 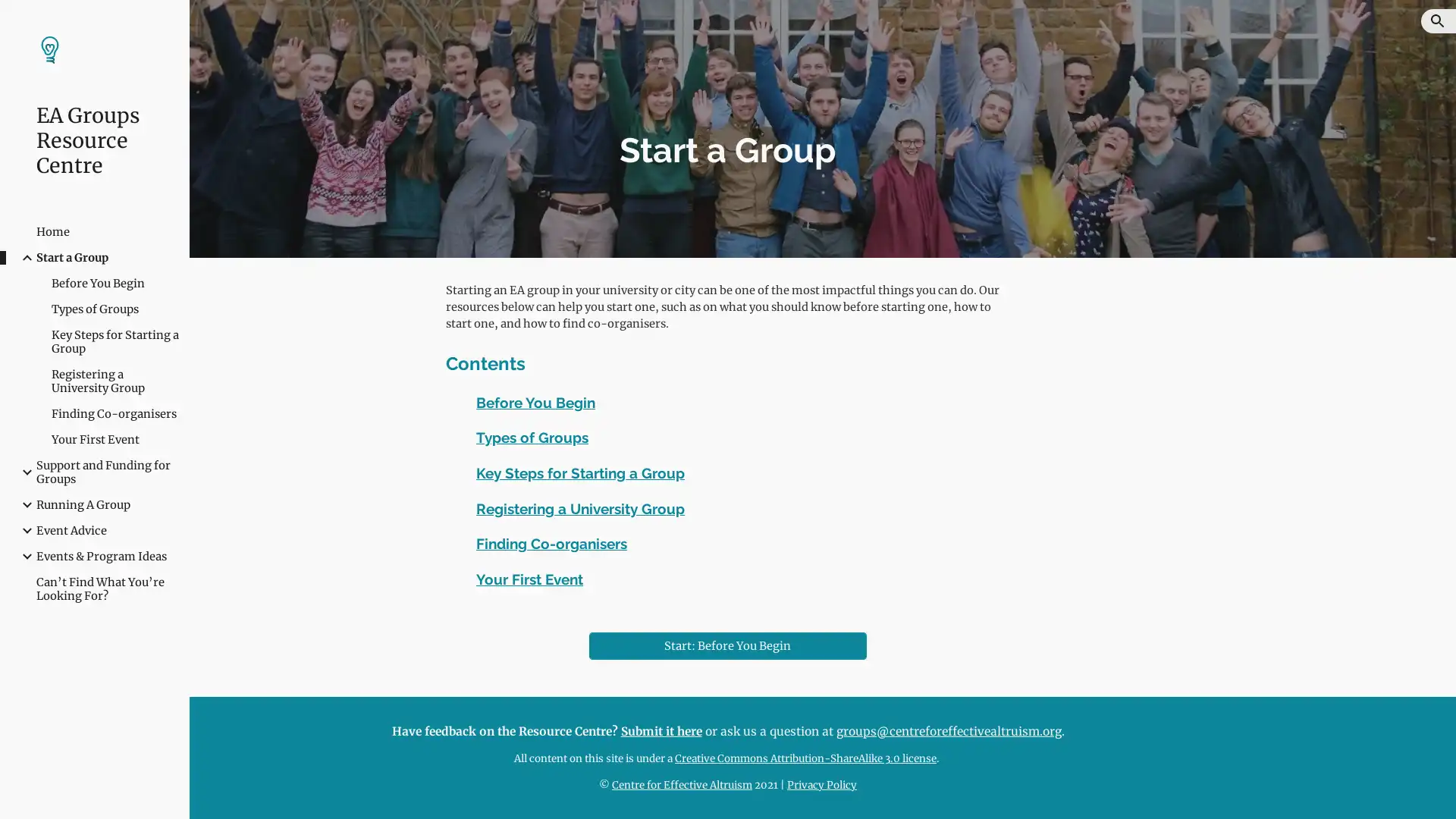 What do you see at coordinates (739, 543) in the screenshot?
I see `Copy heading link` at bounding box center [739, 543].